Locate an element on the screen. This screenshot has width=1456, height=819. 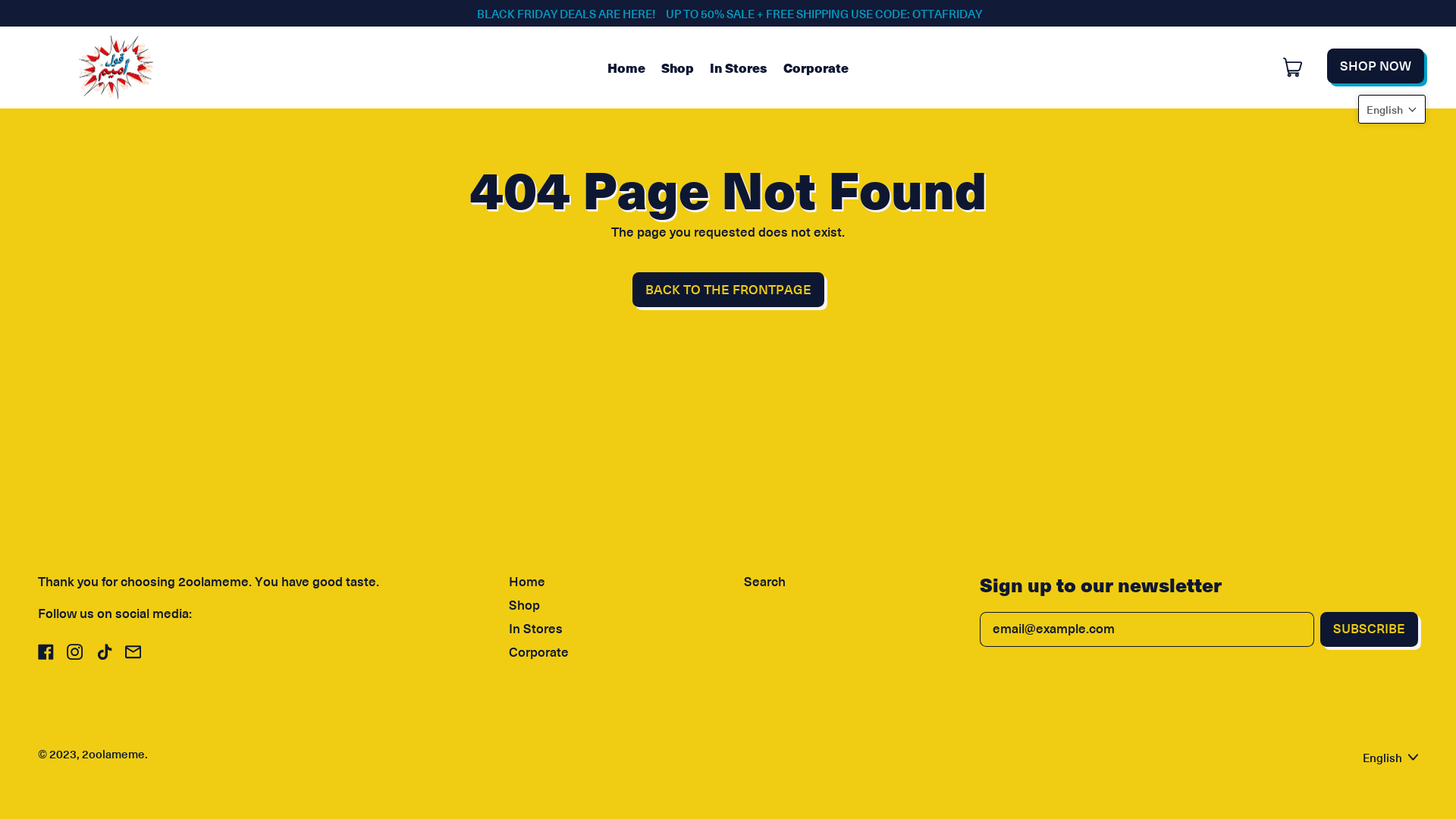
'SHOP NOW' is located at coordinates (1376, 65).